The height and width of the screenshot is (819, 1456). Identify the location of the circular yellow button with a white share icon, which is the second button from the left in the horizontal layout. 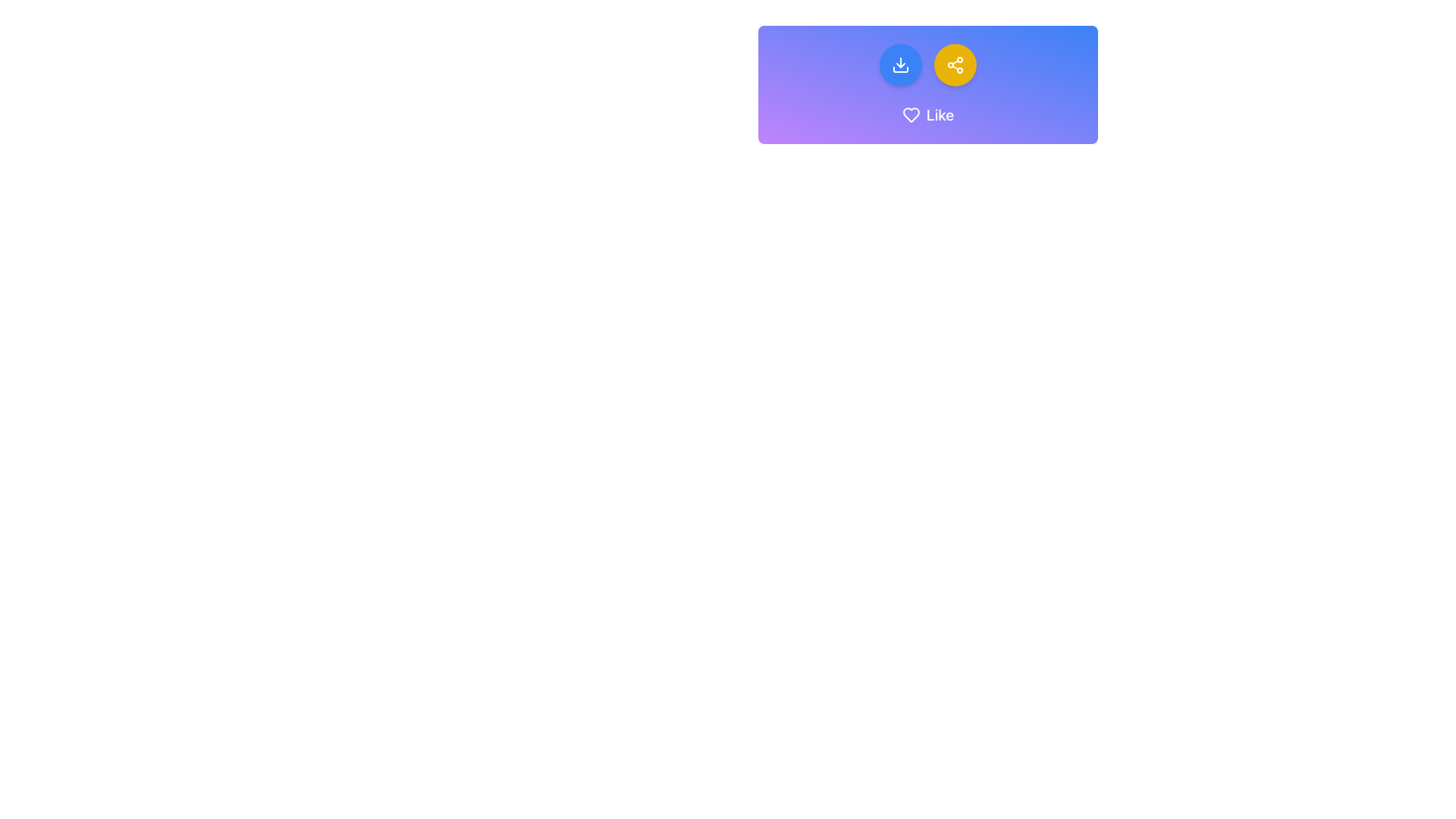
(954, 64).